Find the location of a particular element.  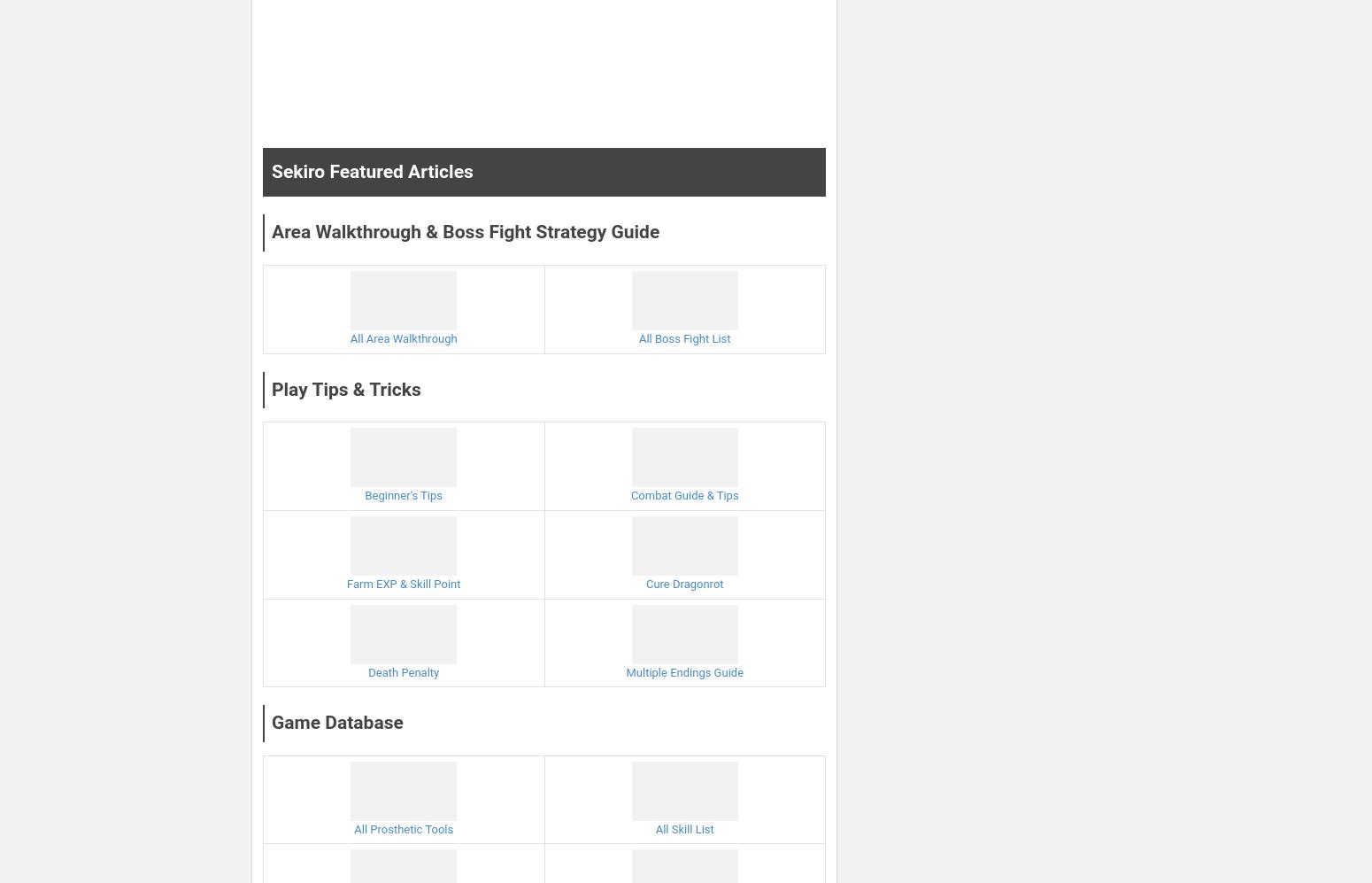

'All Boss Fight List' is located at coordinates (683, 338).